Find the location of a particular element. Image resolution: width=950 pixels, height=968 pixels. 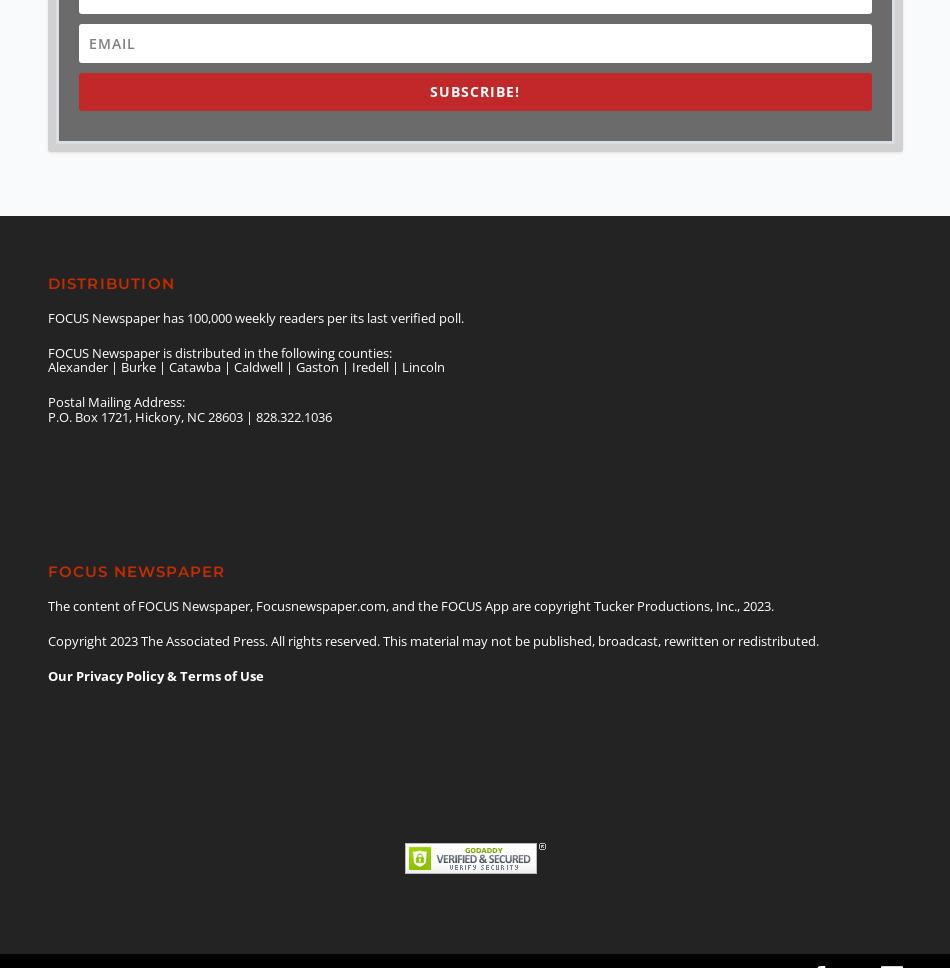

'Distribution' is located at coordinates (110, 282).